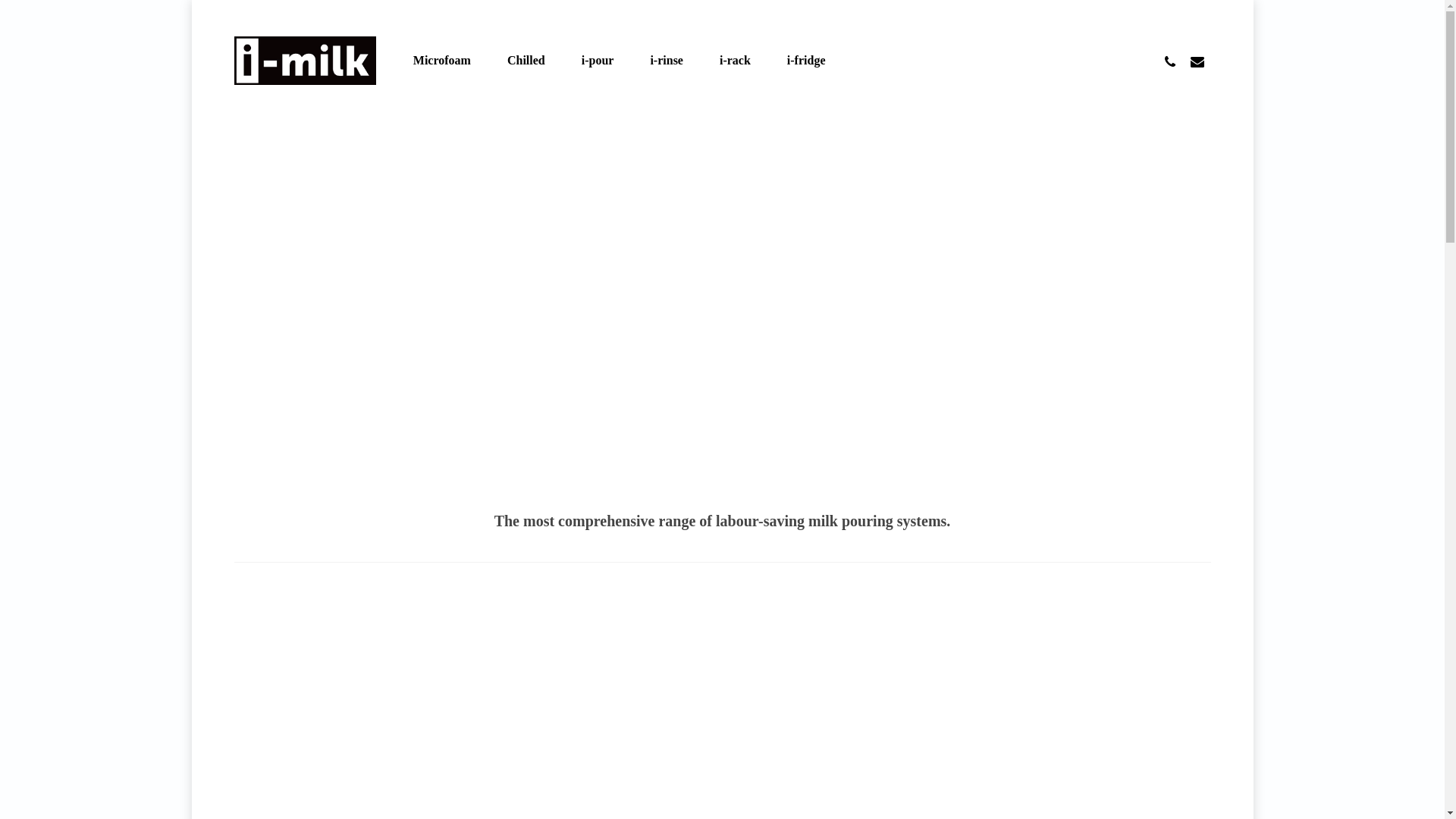  I want to click on 'blog articles', so click(337, 794).